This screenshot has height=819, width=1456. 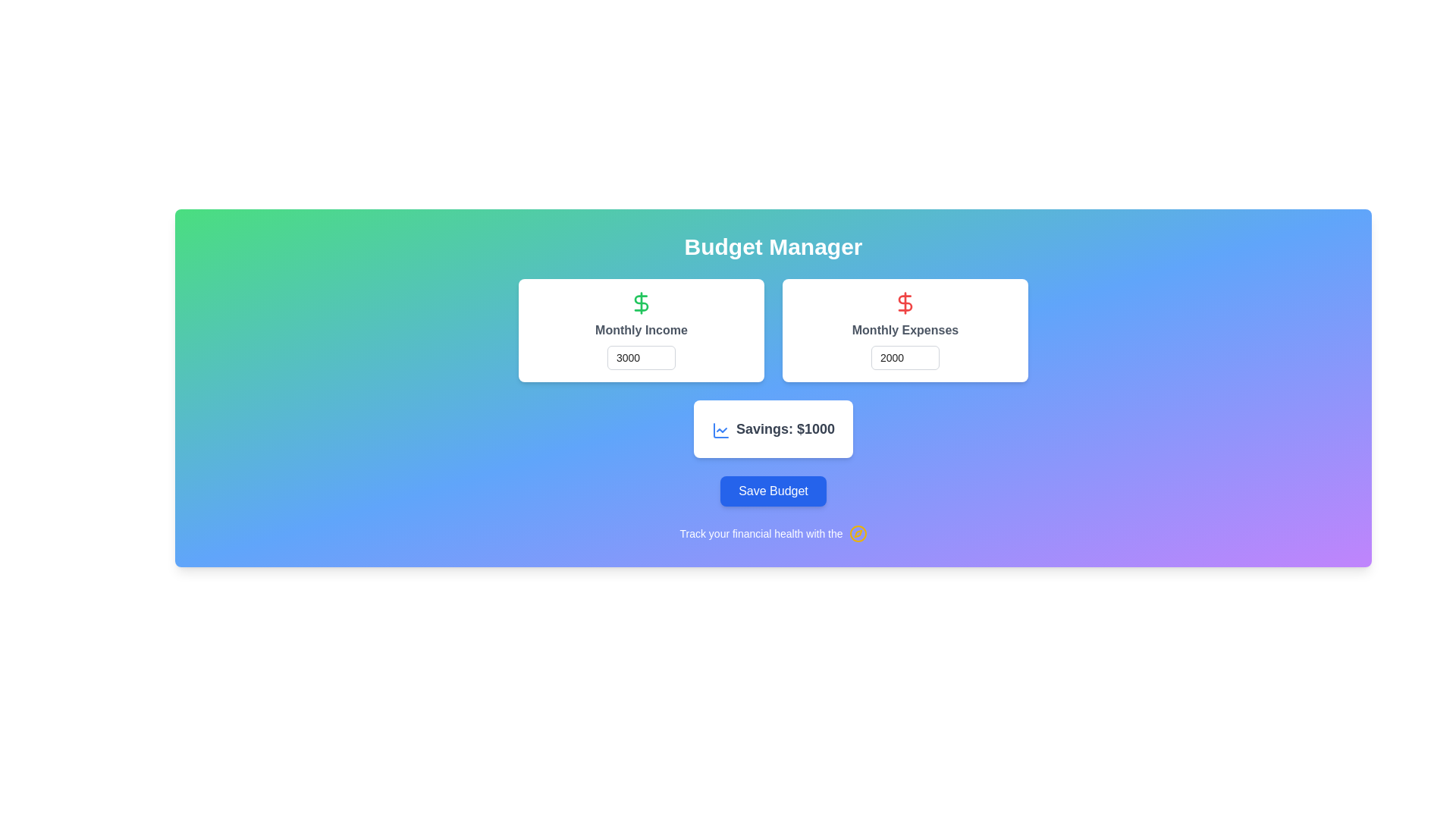 I want to click on the numeric input field for entering numerical data, which currently displays the value '2000', to focus and type a number, so click(x=905, y=357).